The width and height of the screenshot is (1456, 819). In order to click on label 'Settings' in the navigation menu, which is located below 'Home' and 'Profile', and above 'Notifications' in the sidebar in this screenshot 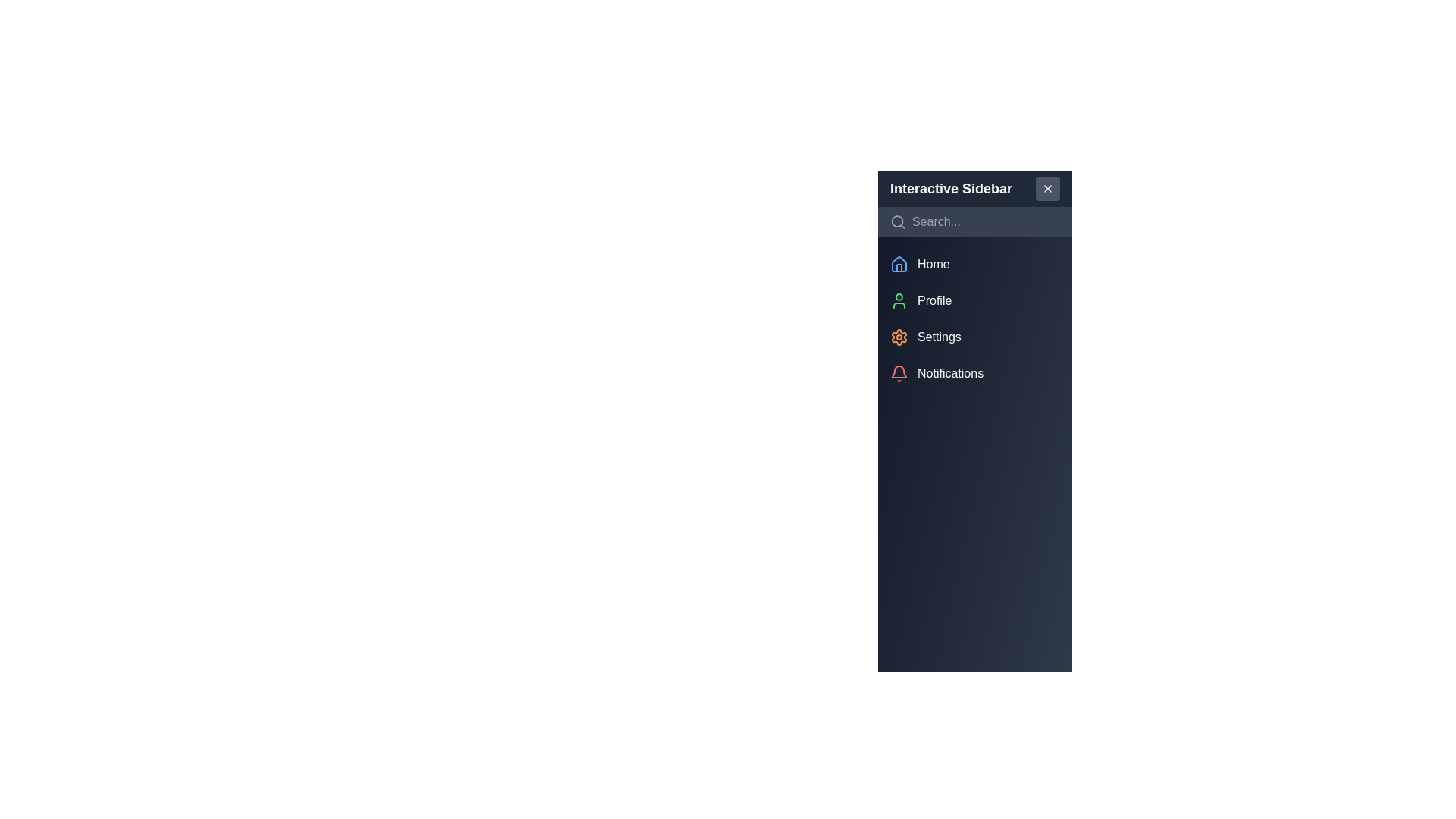, I will do `click(938, 336)`.